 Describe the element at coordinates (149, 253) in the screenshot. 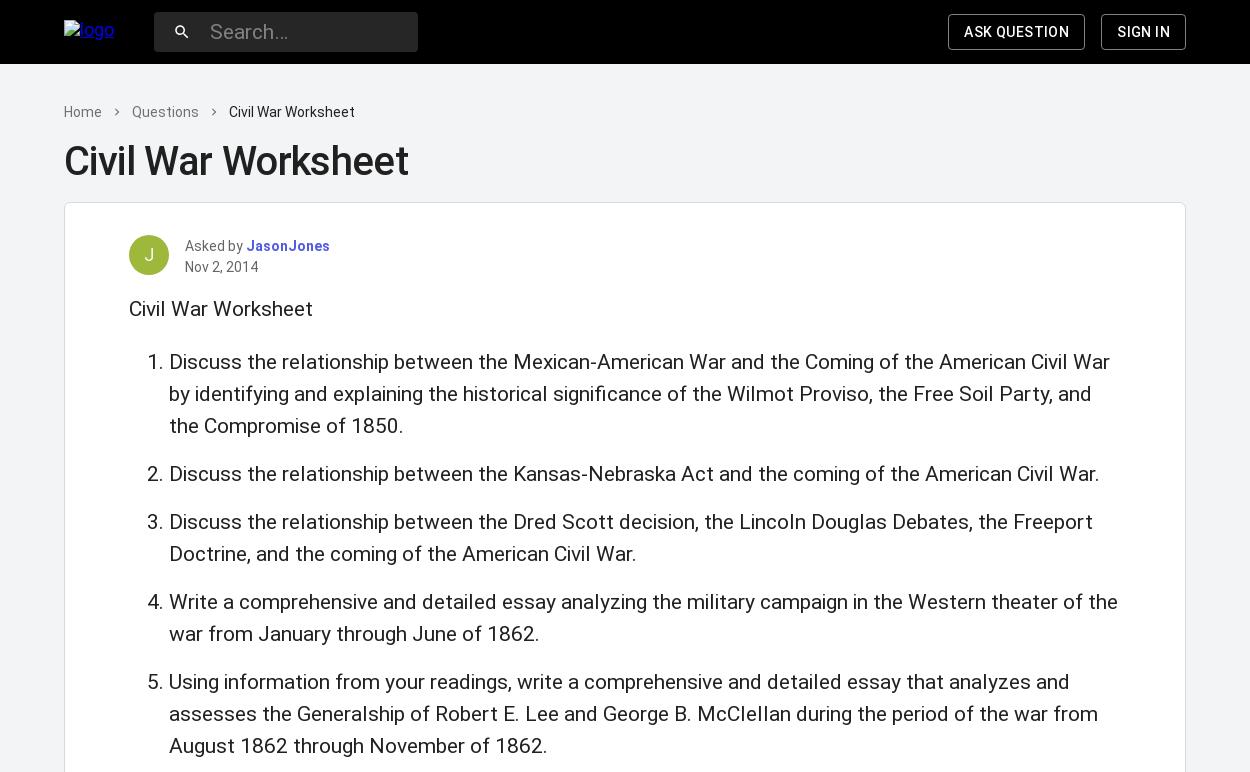

I see `'J'` at that location.